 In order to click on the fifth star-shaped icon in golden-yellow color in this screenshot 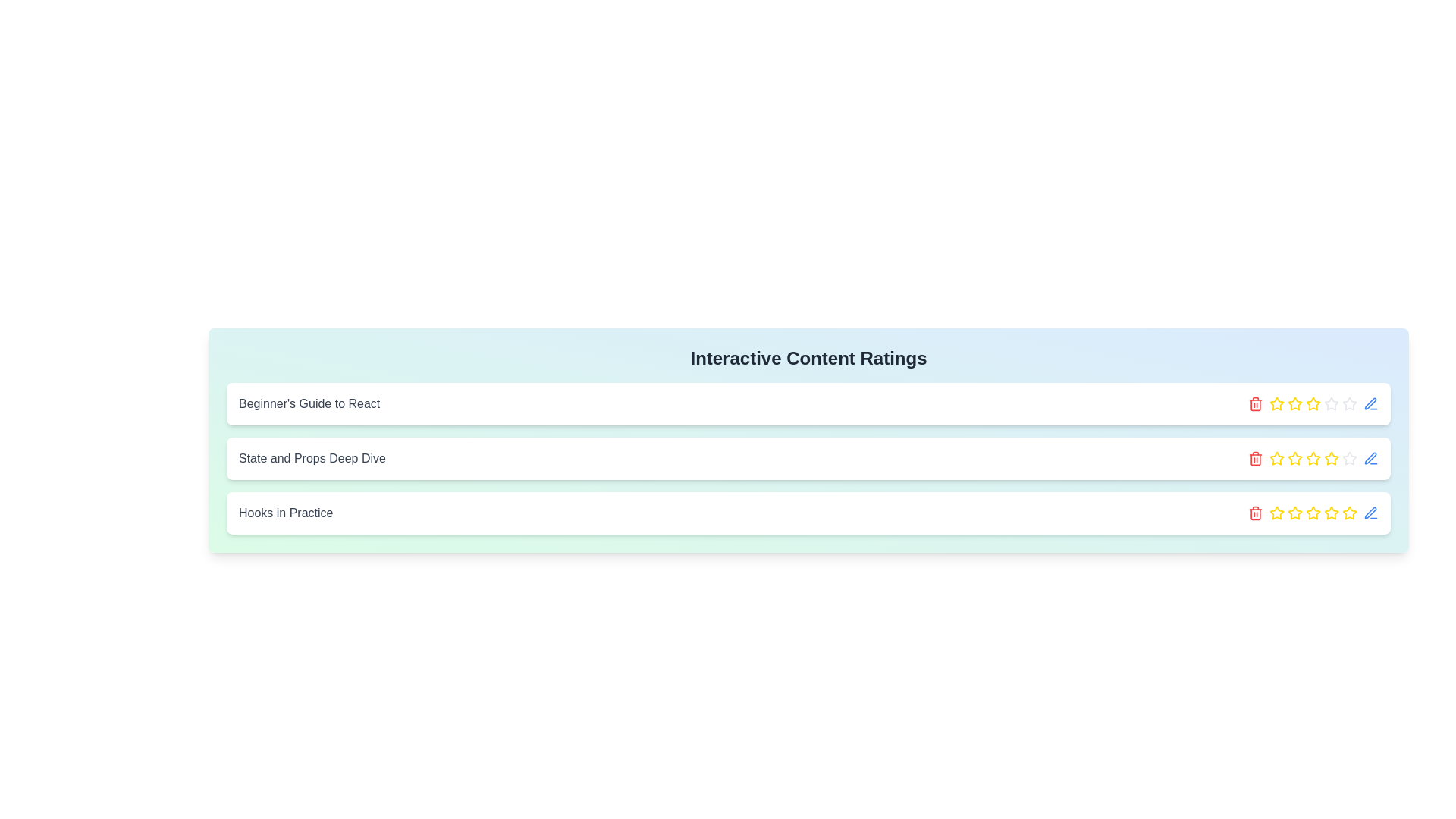, I will do `click(1330, 512)`.